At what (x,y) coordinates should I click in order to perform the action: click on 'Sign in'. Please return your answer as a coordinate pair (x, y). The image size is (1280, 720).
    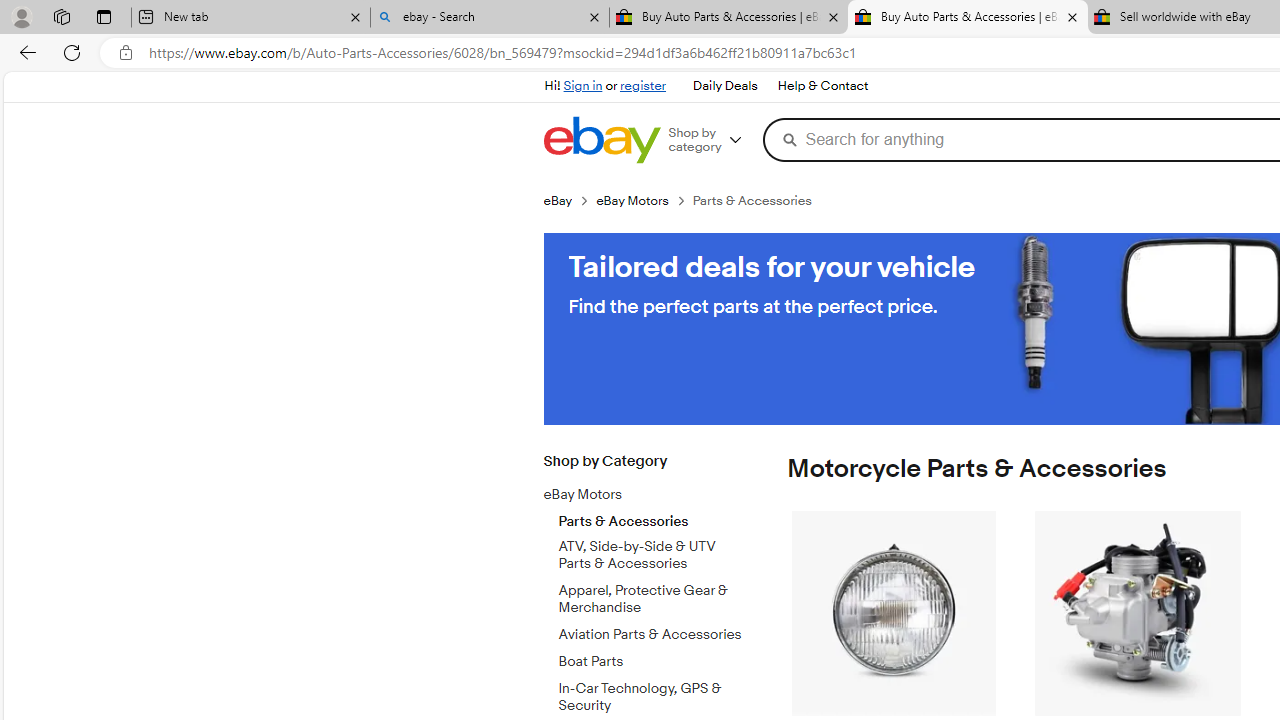
    Looking at the image, I should click on (582, 85).